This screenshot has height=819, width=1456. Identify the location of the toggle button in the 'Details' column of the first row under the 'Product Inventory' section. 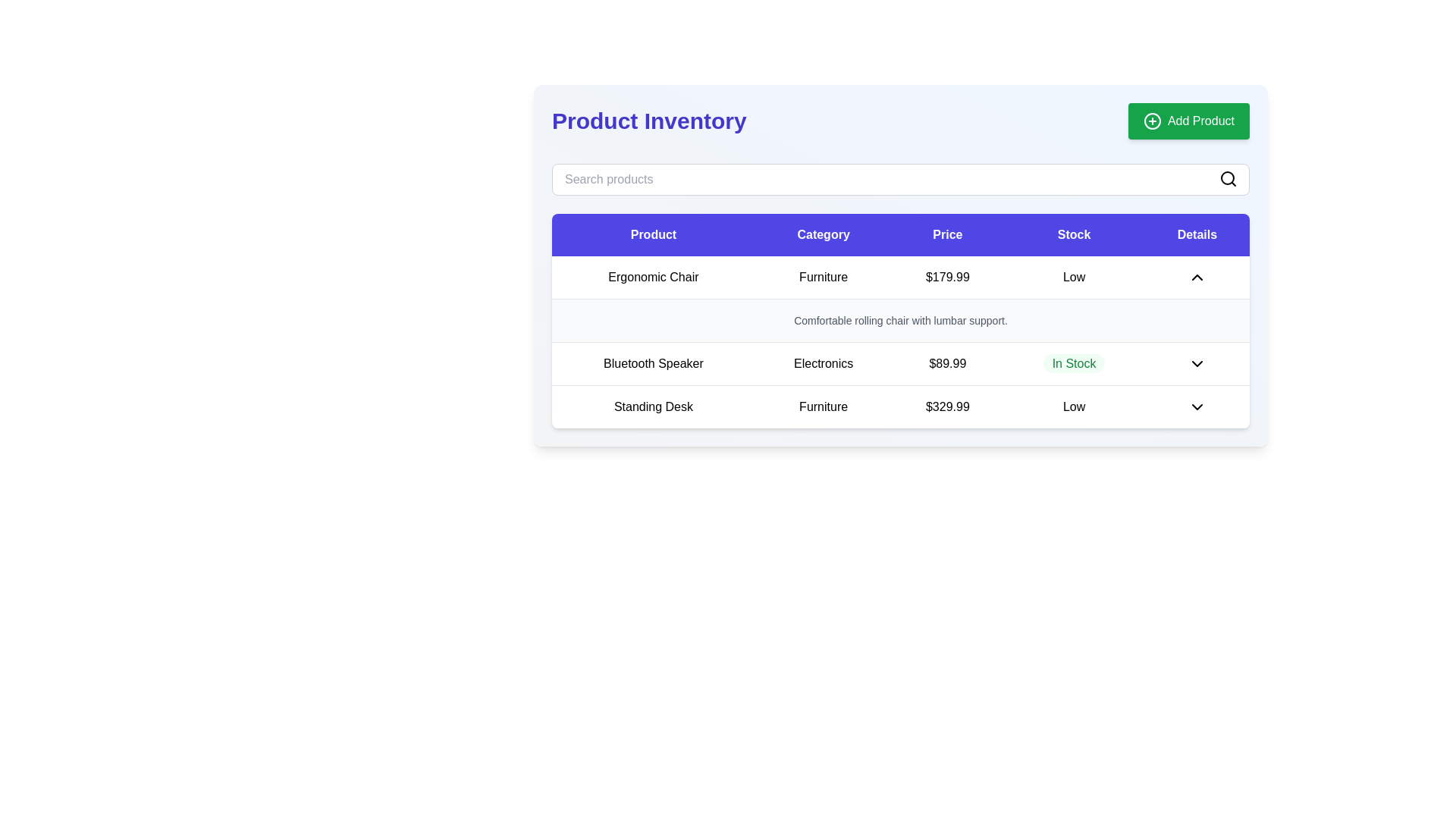
(1196, 278).